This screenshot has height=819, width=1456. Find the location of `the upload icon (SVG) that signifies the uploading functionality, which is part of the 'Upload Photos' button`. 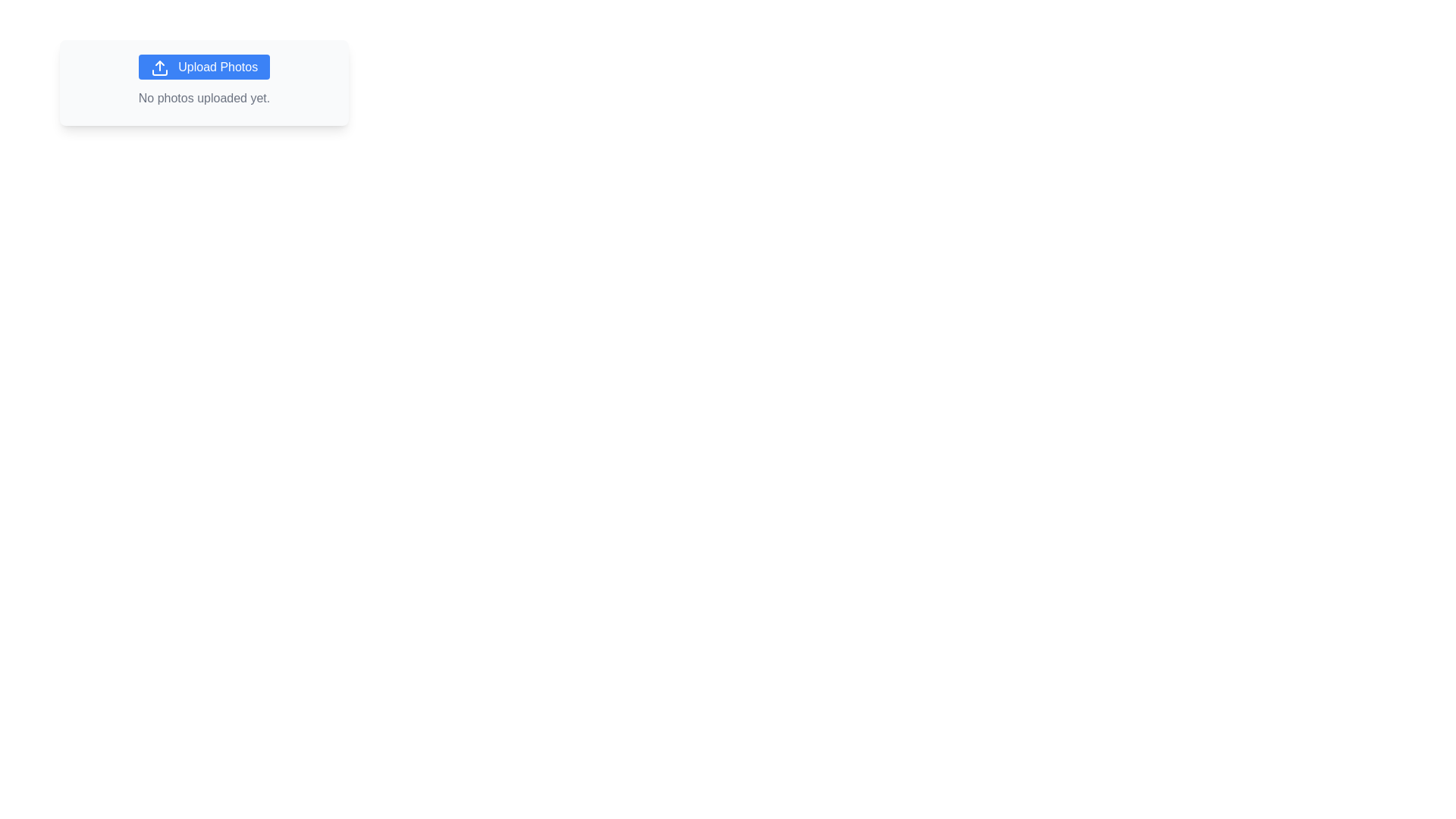

the upload icon (SVG) that signifies the uploading functionality, which is part of the 'Upload Photos' button is located at coordinates (159, 67).